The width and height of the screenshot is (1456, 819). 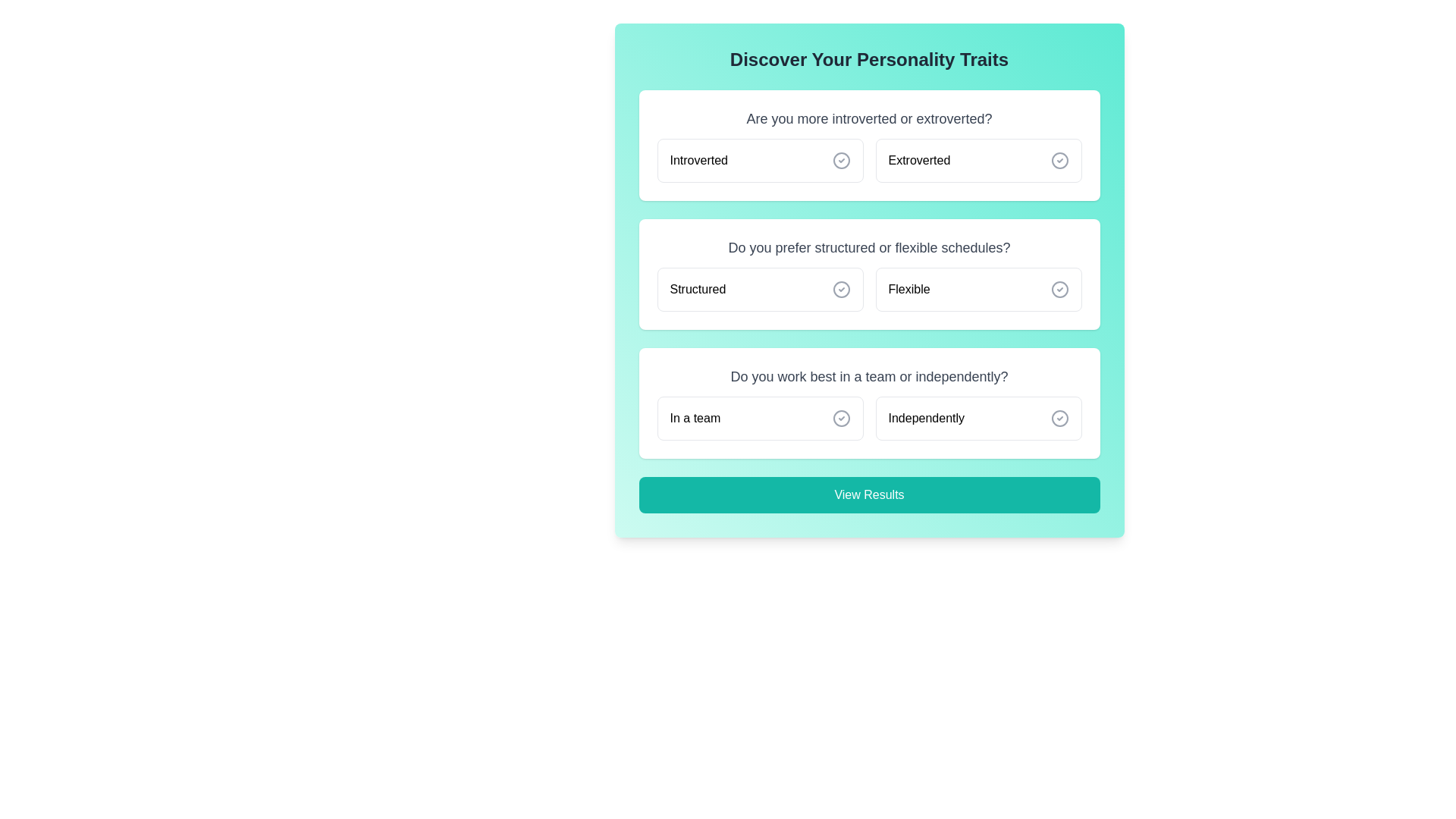 What do you see at coordinates (869, 161) in the screenshot?
I see `the 'Introverted' or 'Extroverted' option in the selection card group` at bounding box center [869, 161].